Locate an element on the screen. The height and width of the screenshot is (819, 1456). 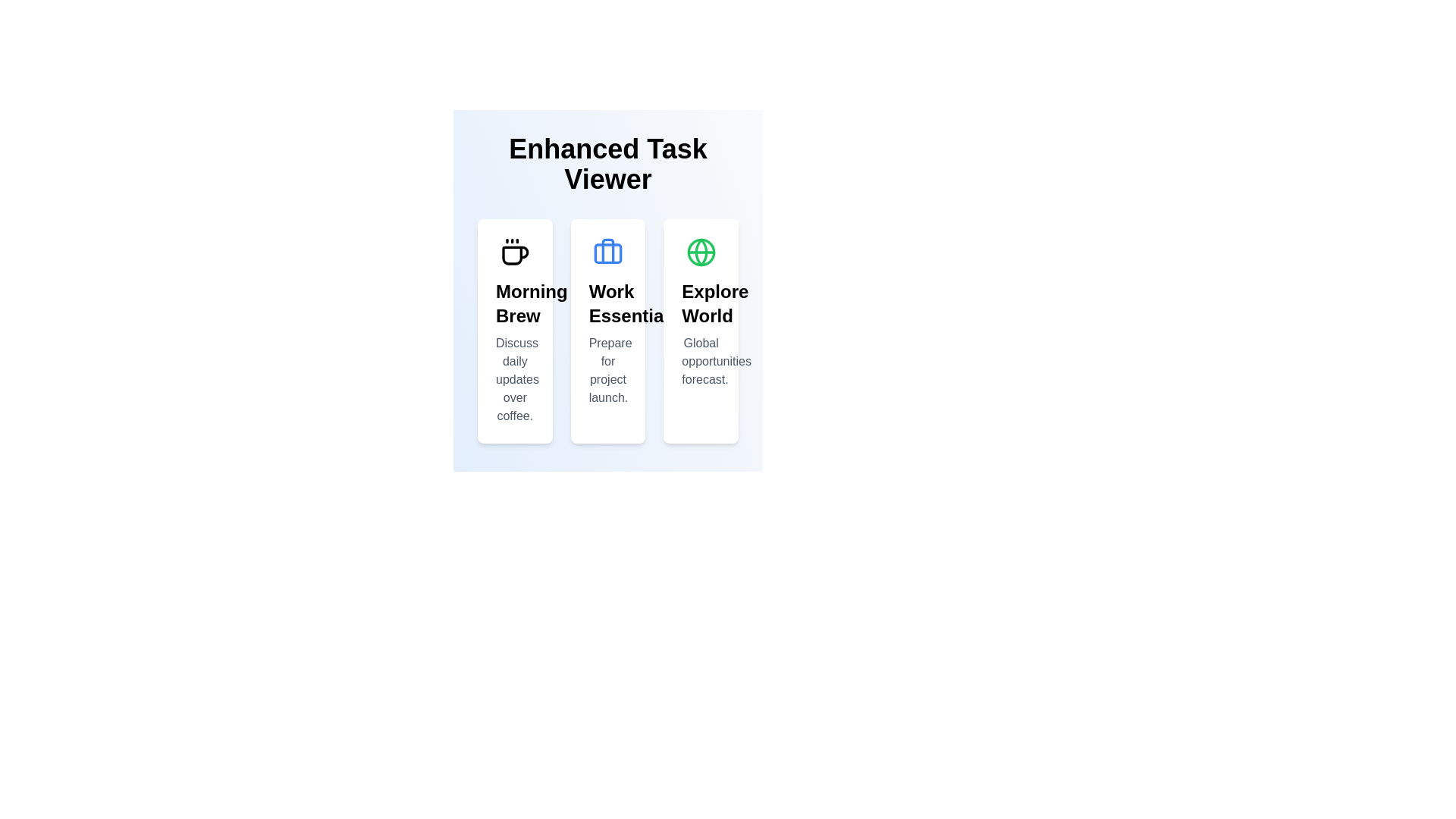
the 'Work Essentials' Text Label, which identifies the section and is located in the middle column of a three-column layout, positioned below an icon and above the subtitle 'Prepare for project launch' is located at coordinates (607, 304).